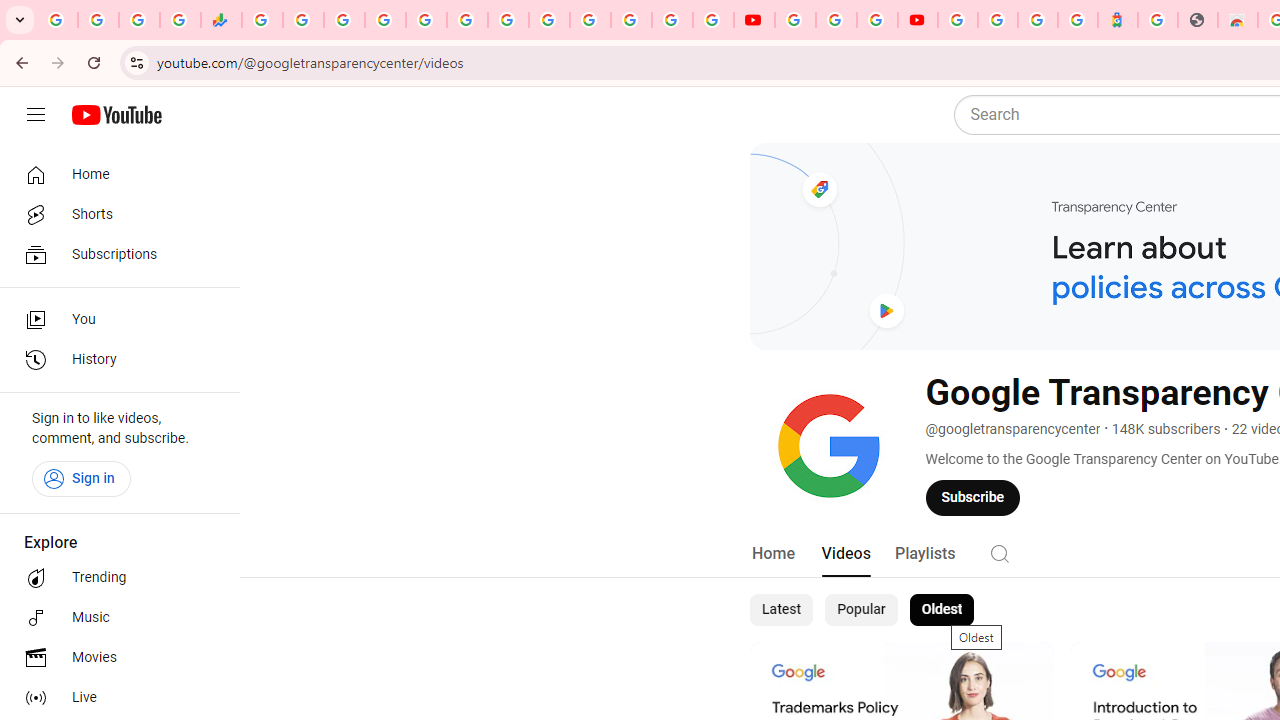  Describe the element at coordinates (836, 20) in the screenshot. I see `'Google Account Help'` at that location.